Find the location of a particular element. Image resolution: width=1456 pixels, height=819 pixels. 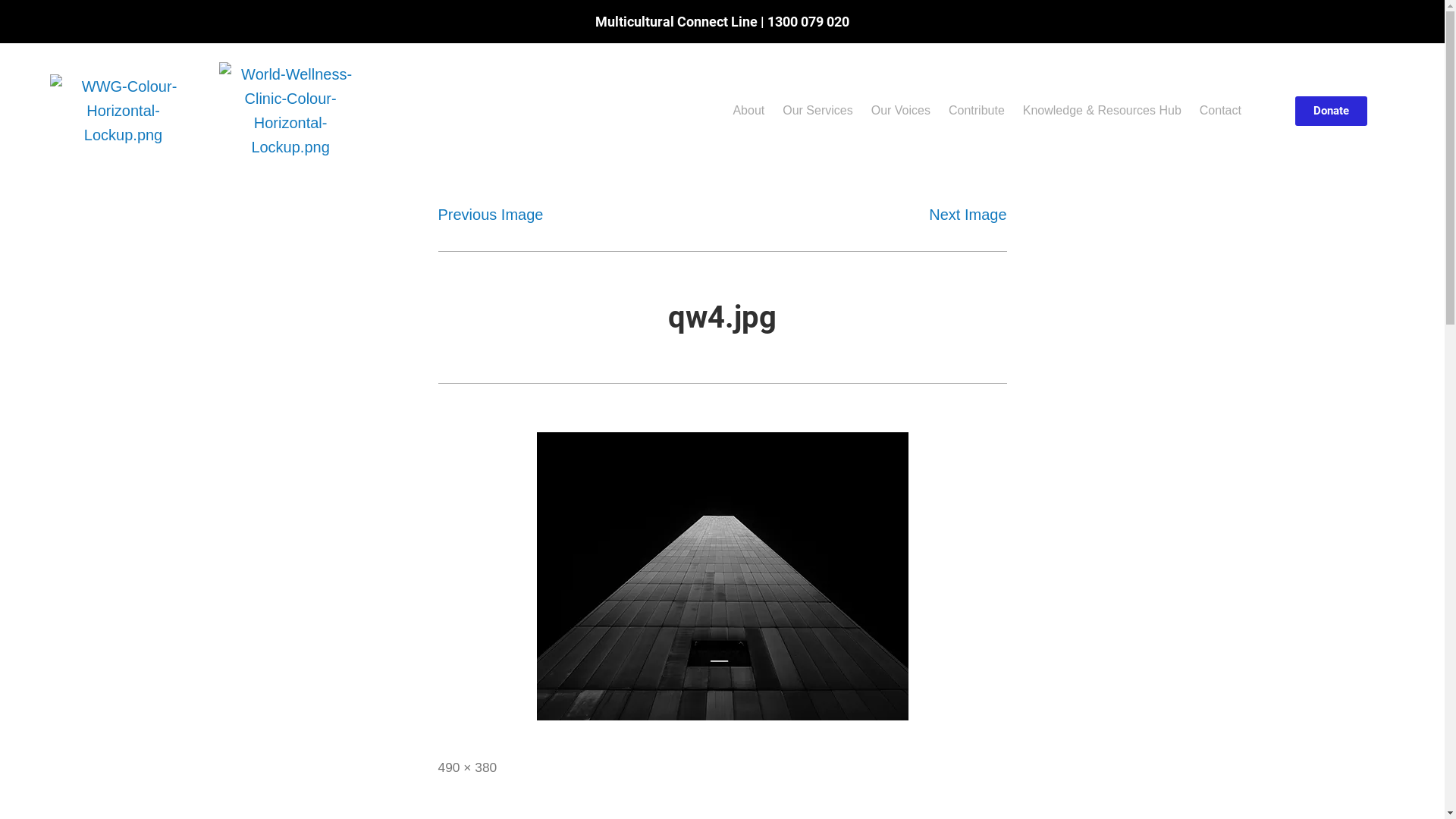

'Our Services' is located at coordinates (817, 110).